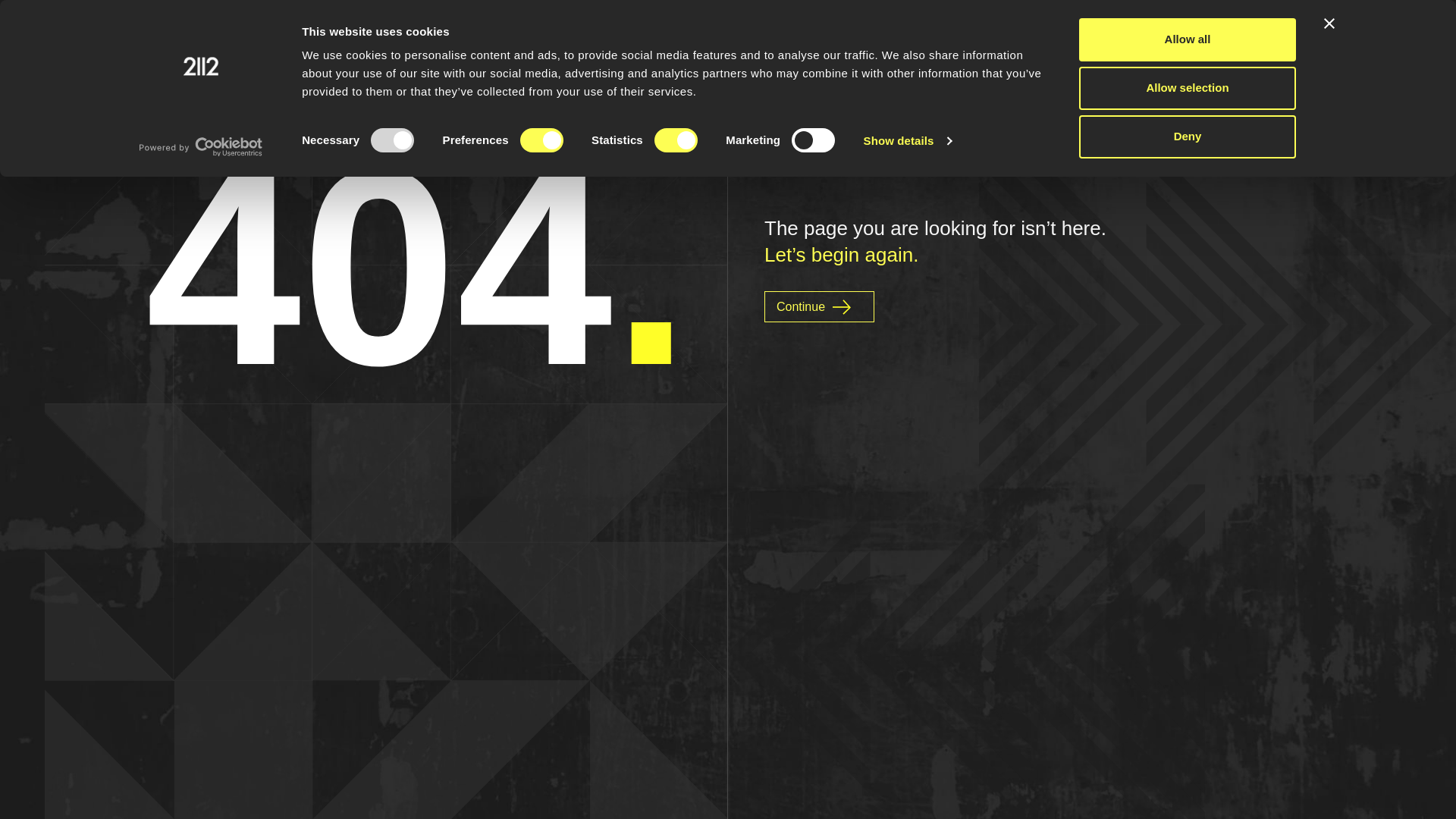  I want to click on 'Continue', so click(818, 306).